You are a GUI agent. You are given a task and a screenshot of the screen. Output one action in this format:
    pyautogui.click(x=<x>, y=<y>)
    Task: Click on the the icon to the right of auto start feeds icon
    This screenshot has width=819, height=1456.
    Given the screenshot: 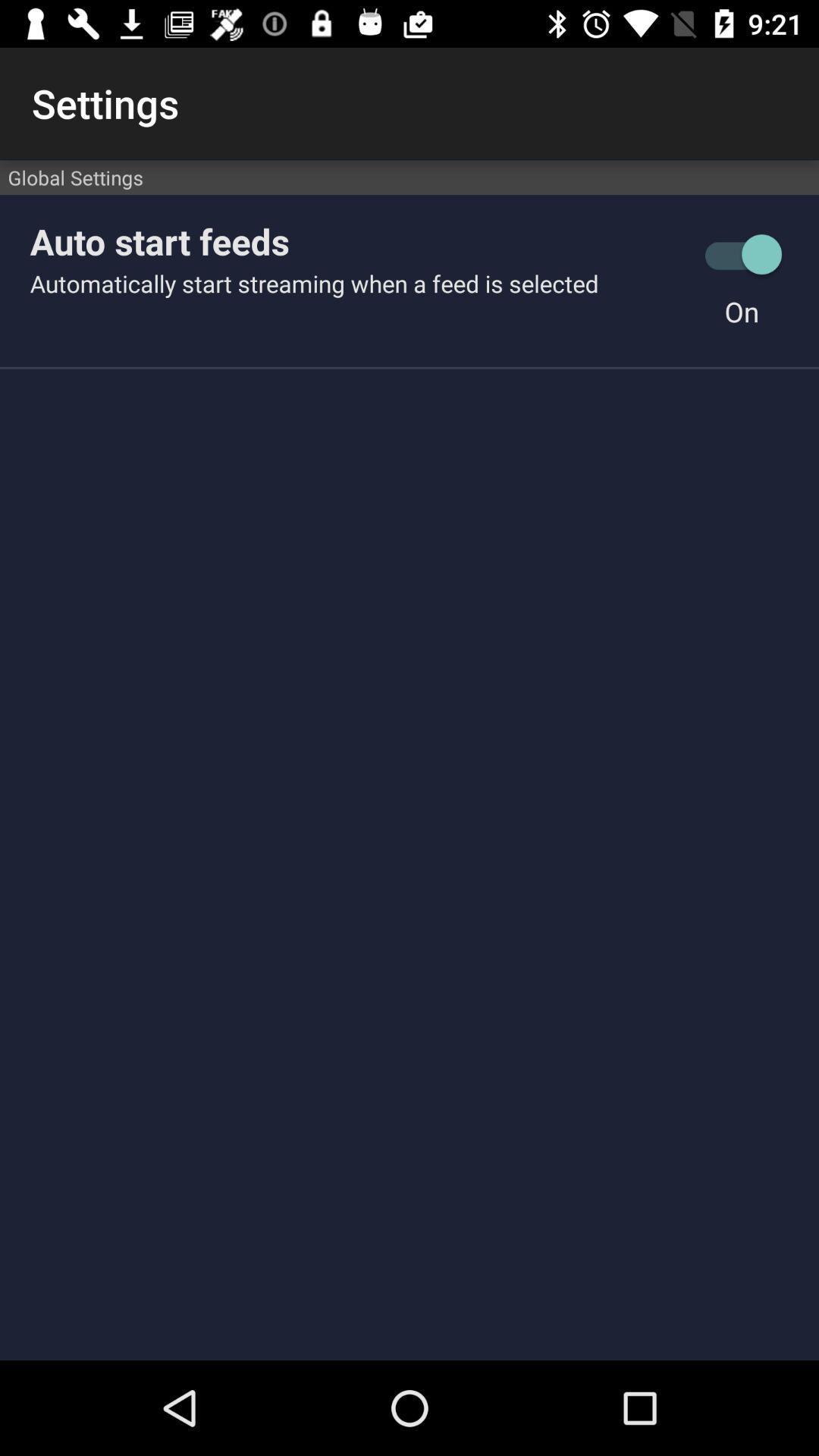 What is the action you would take?
    pyautogui.click(x=741, y=254)
    